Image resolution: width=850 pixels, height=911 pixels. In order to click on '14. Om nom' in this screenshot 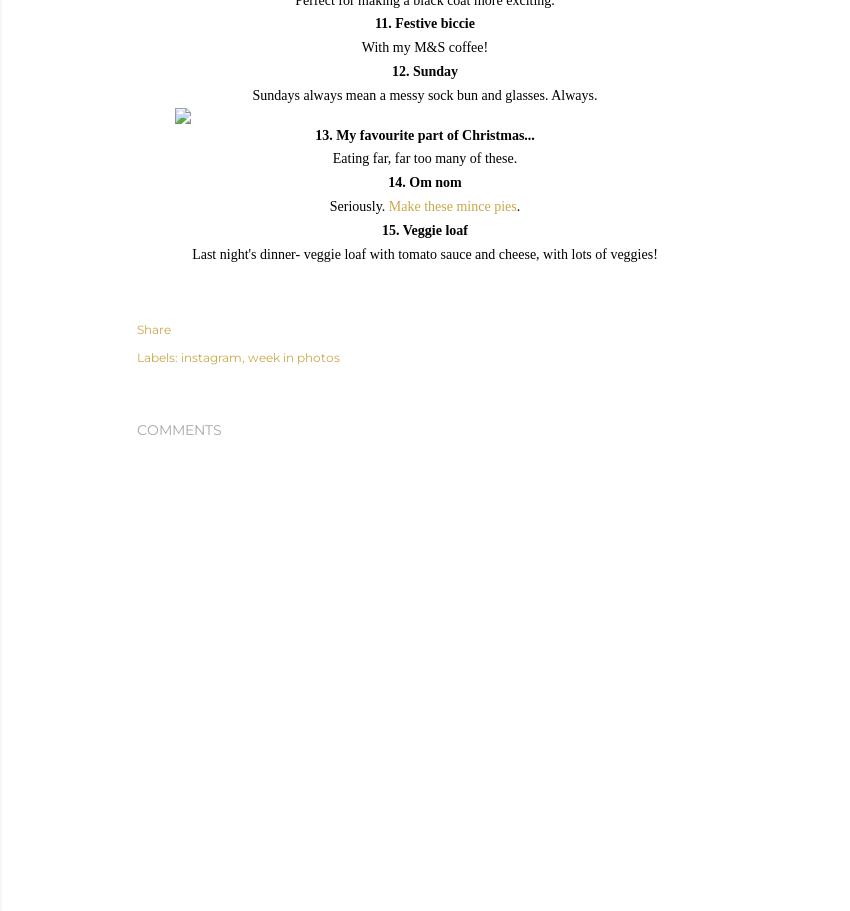, I will do `click(424, 181)`.